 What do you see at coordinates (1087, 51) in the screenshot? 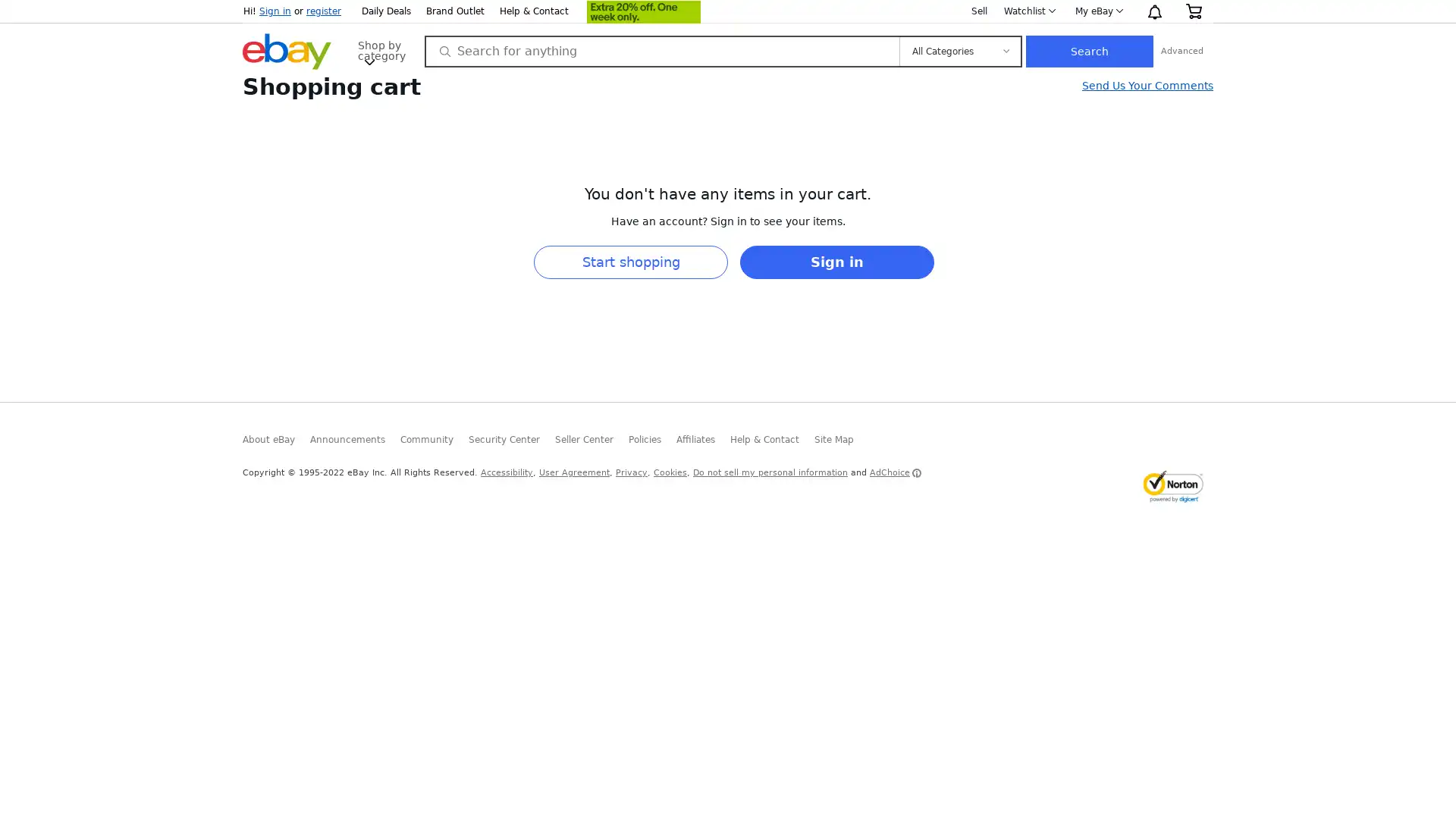
I see `Search` at bounding box center [1087, 51].